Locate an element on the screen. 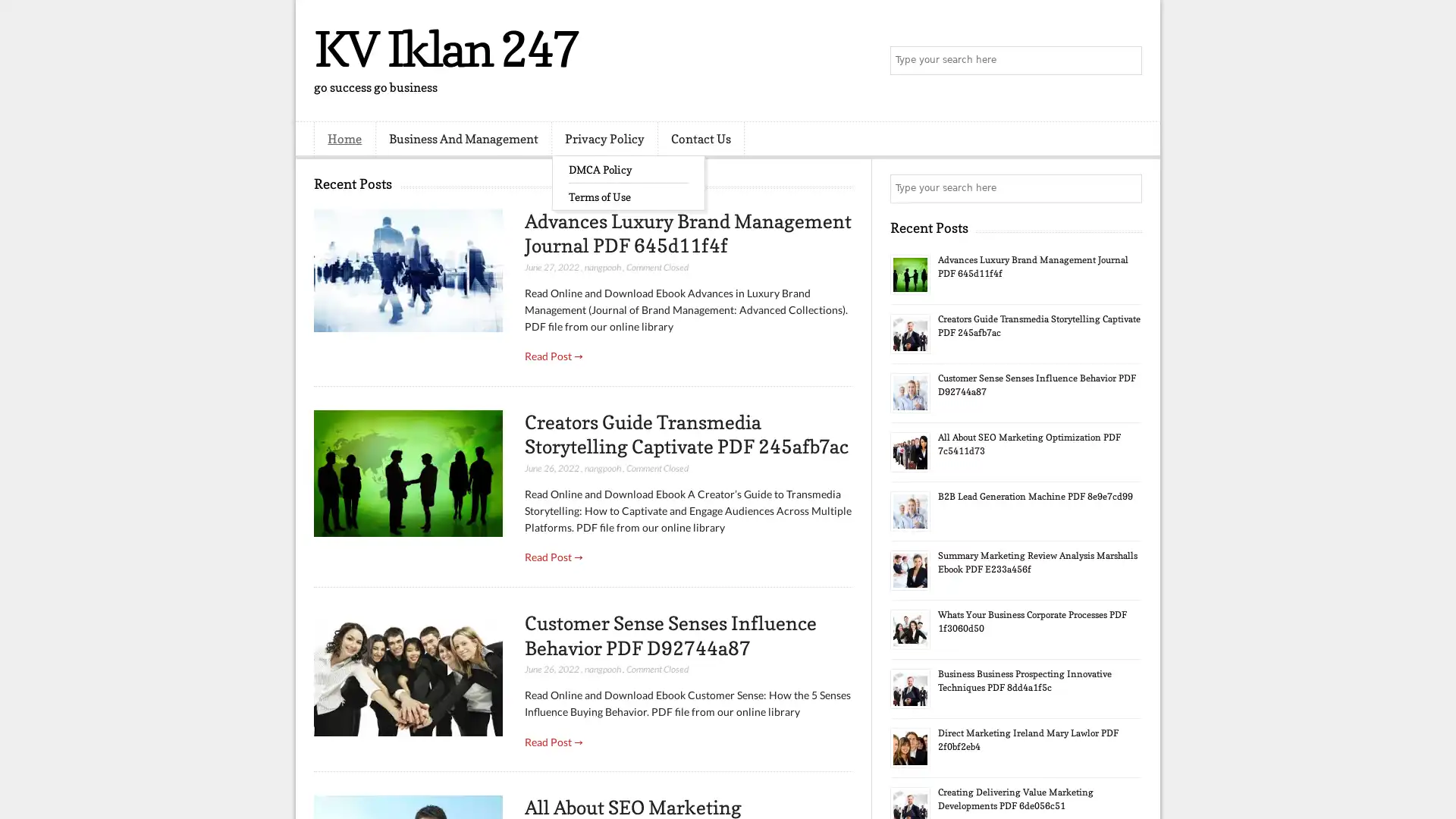 The image size is (1456, 819). Search is located at coordinates (1126, 61).